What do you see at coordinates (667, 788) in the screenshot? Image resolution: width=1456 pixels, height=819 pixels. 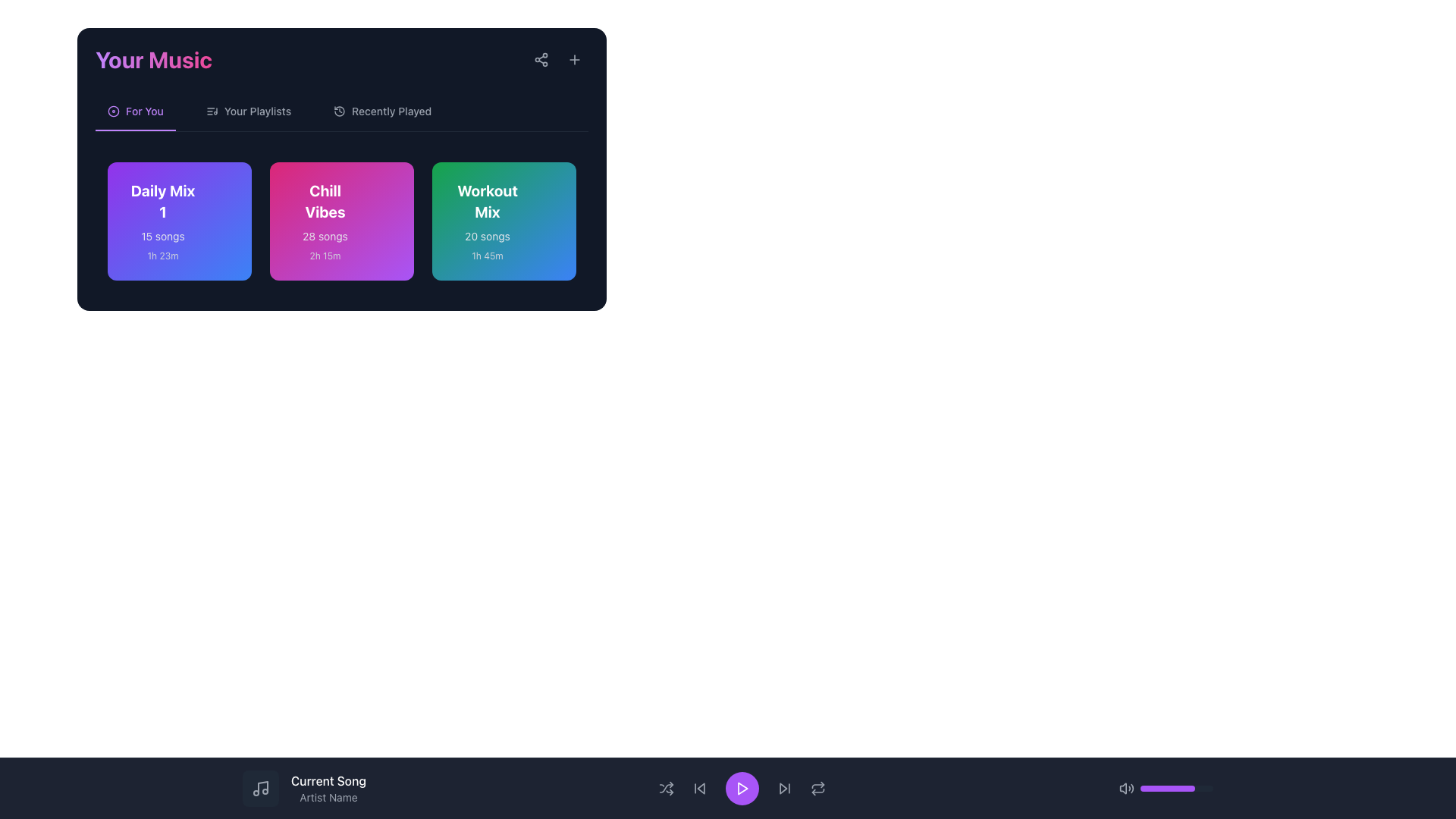 I see `the shuffle icon located in the bottom navigation bar, positioned to the left of the central play button` at bounding box center [667, 788].